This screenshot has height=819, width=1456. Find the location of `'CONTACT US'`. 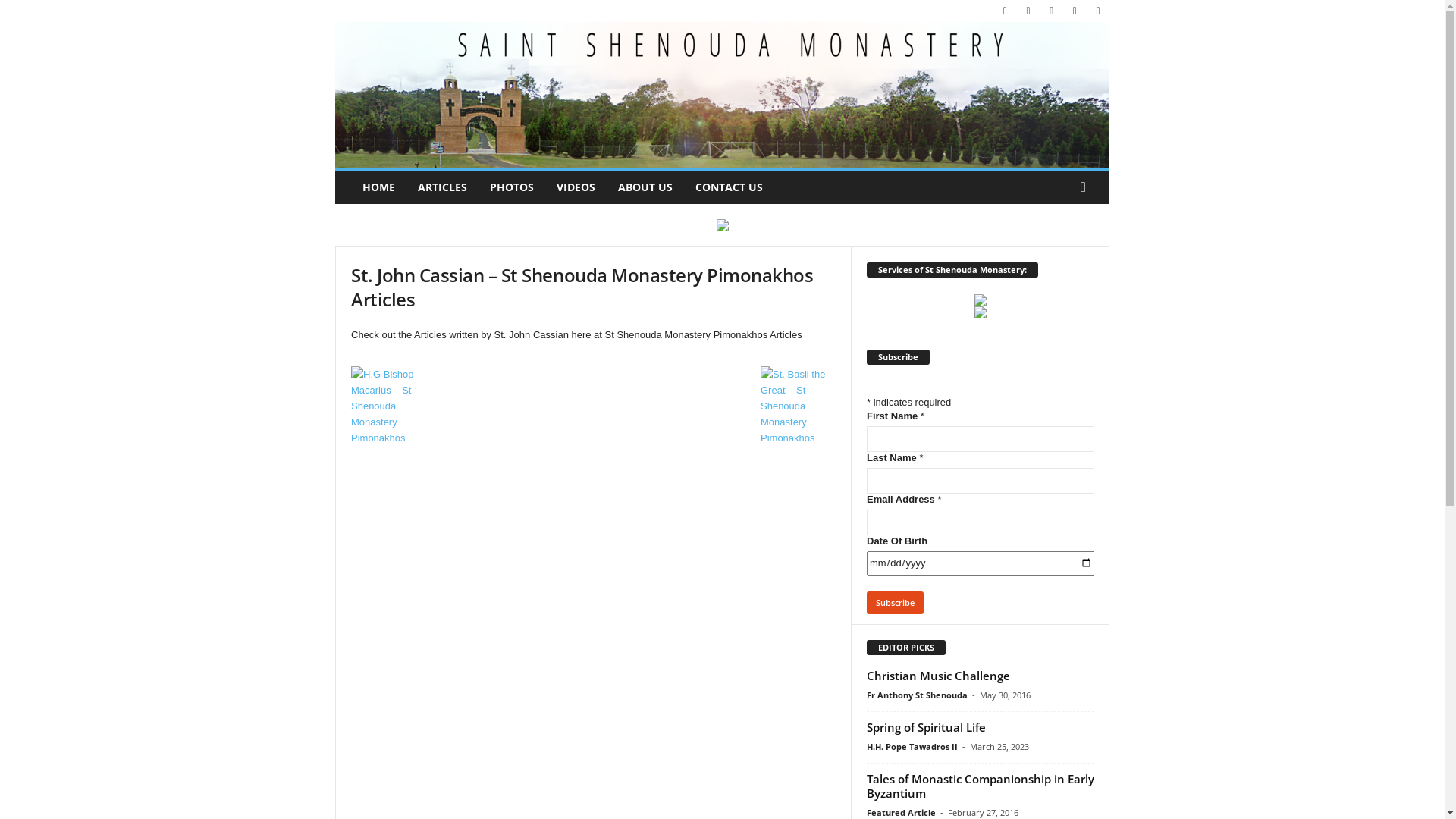

'CONTACT US' is located at coordinates (729, 186).